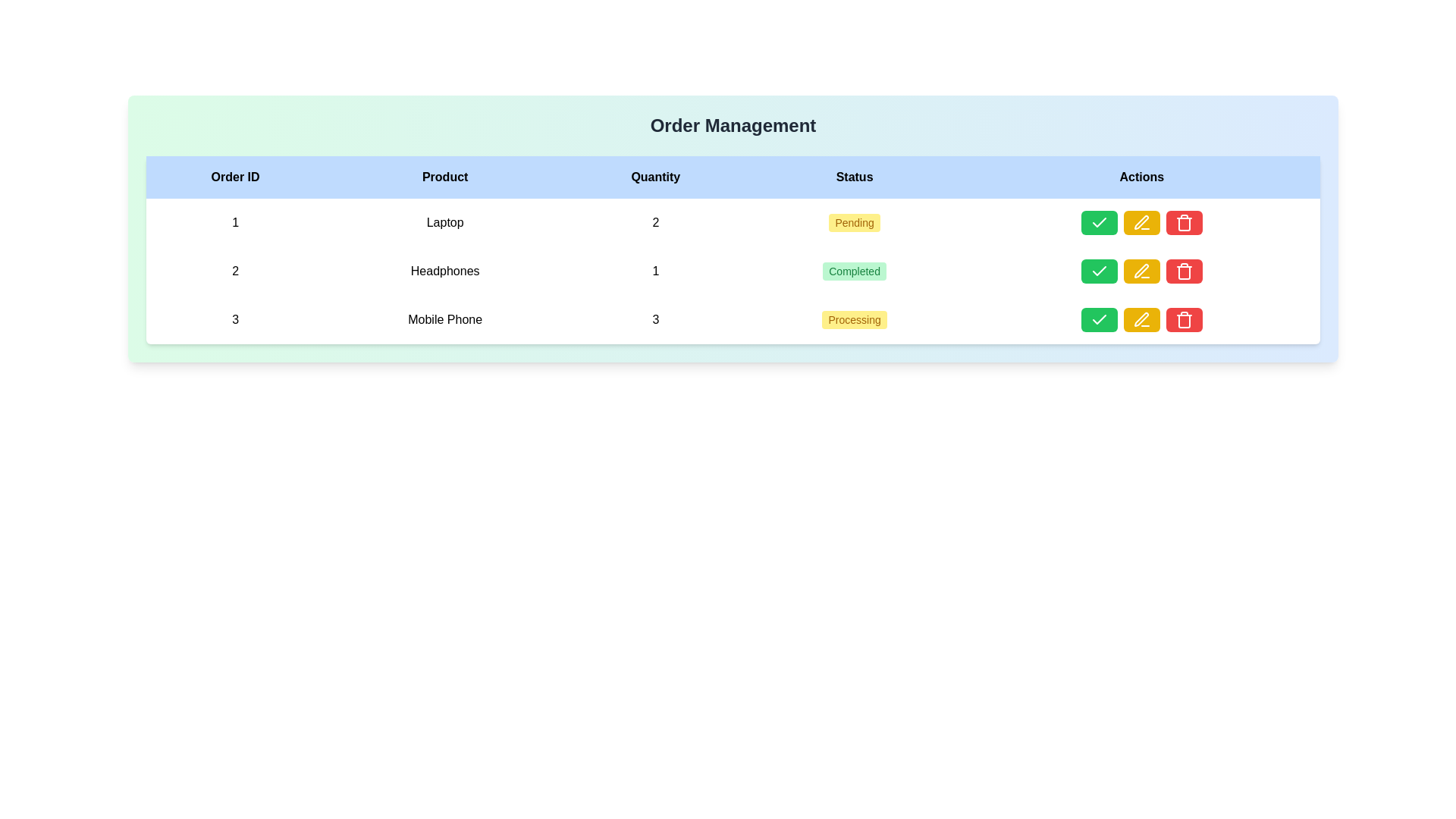 The height and width of the screenshot is (819, 1456). Describe the element at coordinates (1099, 270) in the screenshot. I see `the green checkmark icon in the 'Actions' column of the second row corresponding to the product 'Headphones'` at that location.